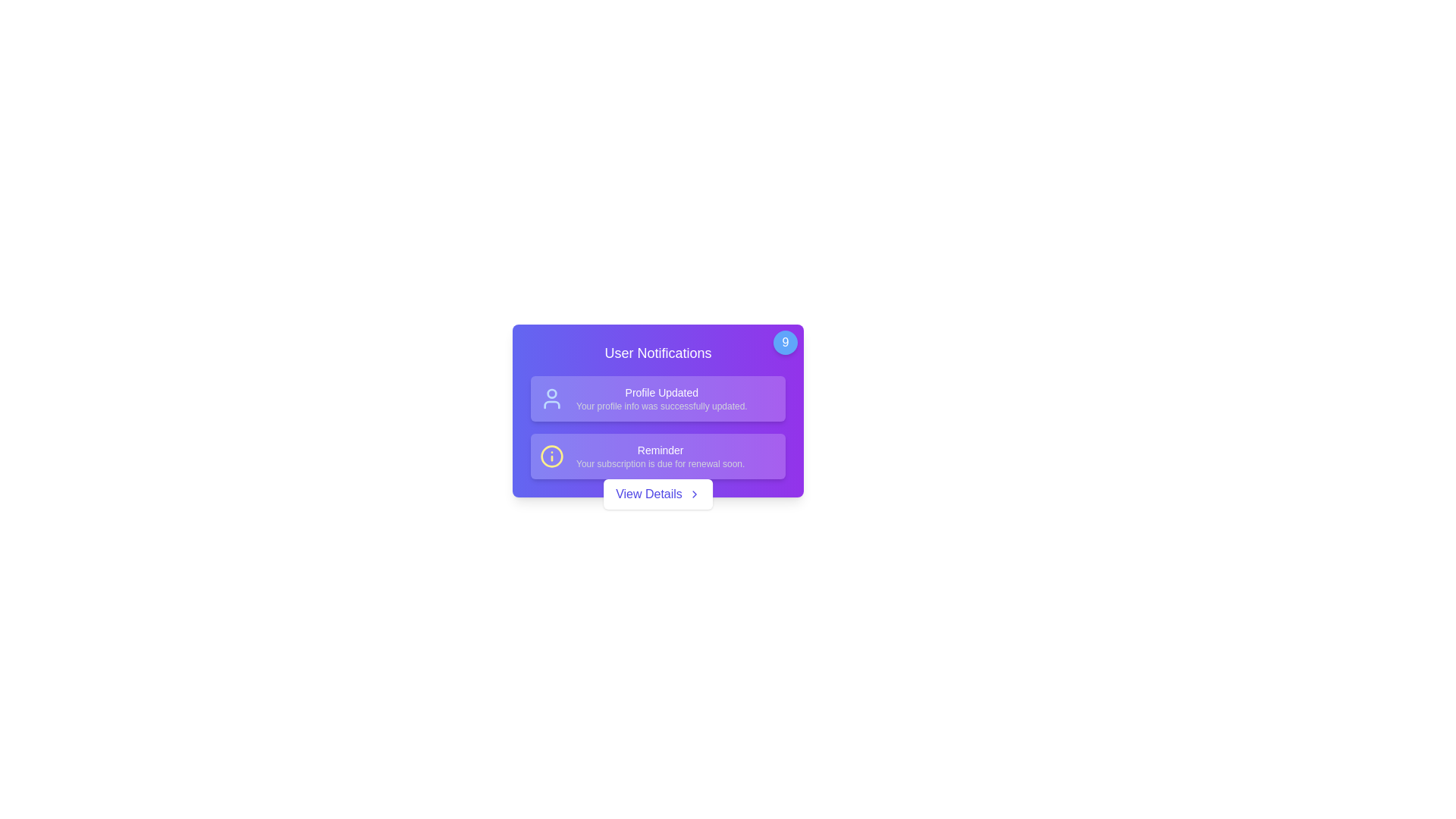 This screenshot has width=1456, height=819. What do you see at coordinates (661, 397) in the screenshot?
I see `feedback message displayed in the Text Block located within the purple notification card, which is positioned centrally below 'User Notifications'` at bounding box center [661, 397].